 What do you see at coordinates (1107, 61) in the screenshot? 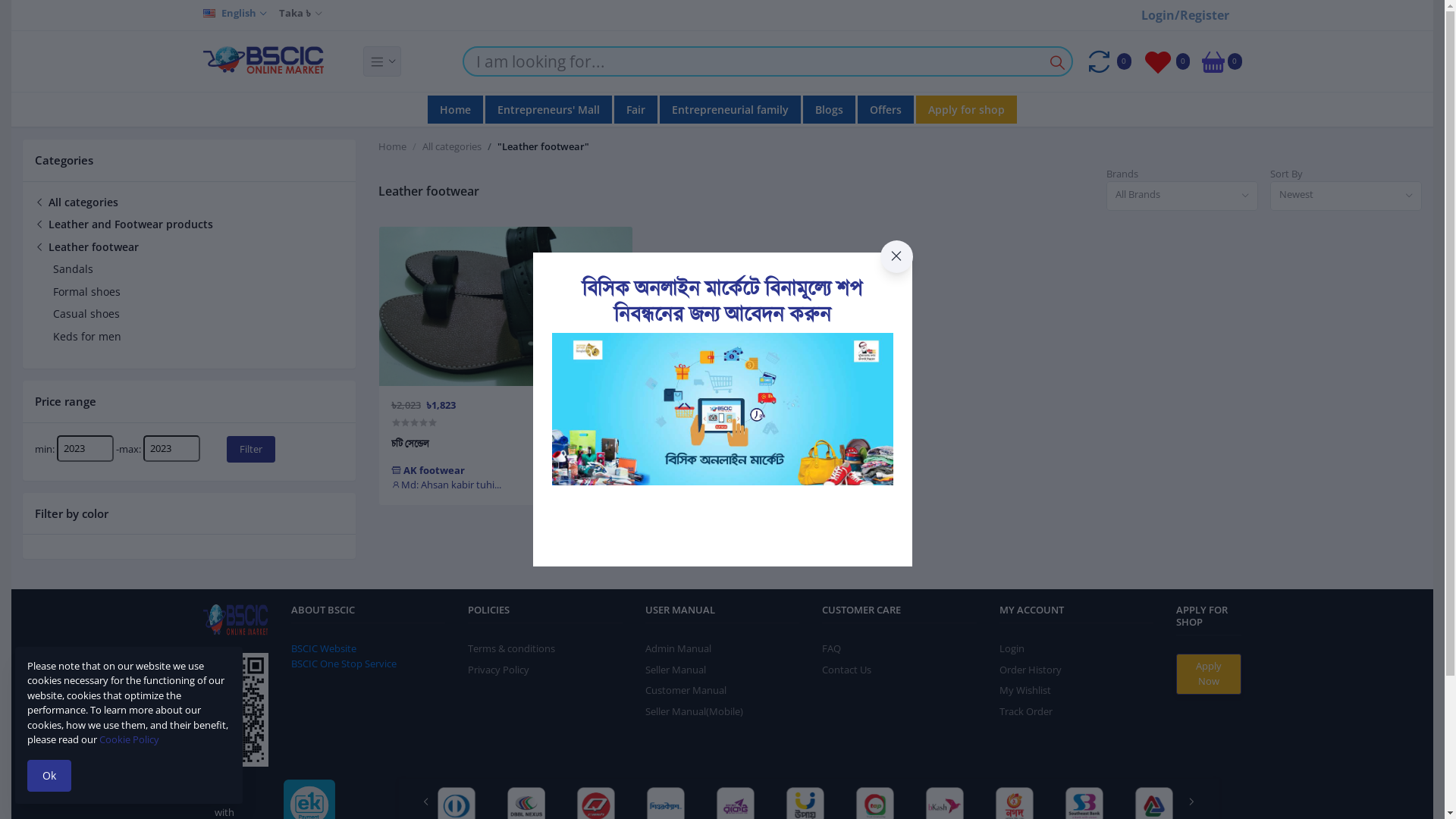
I see `'0'` at bounding box center [1107, 61].